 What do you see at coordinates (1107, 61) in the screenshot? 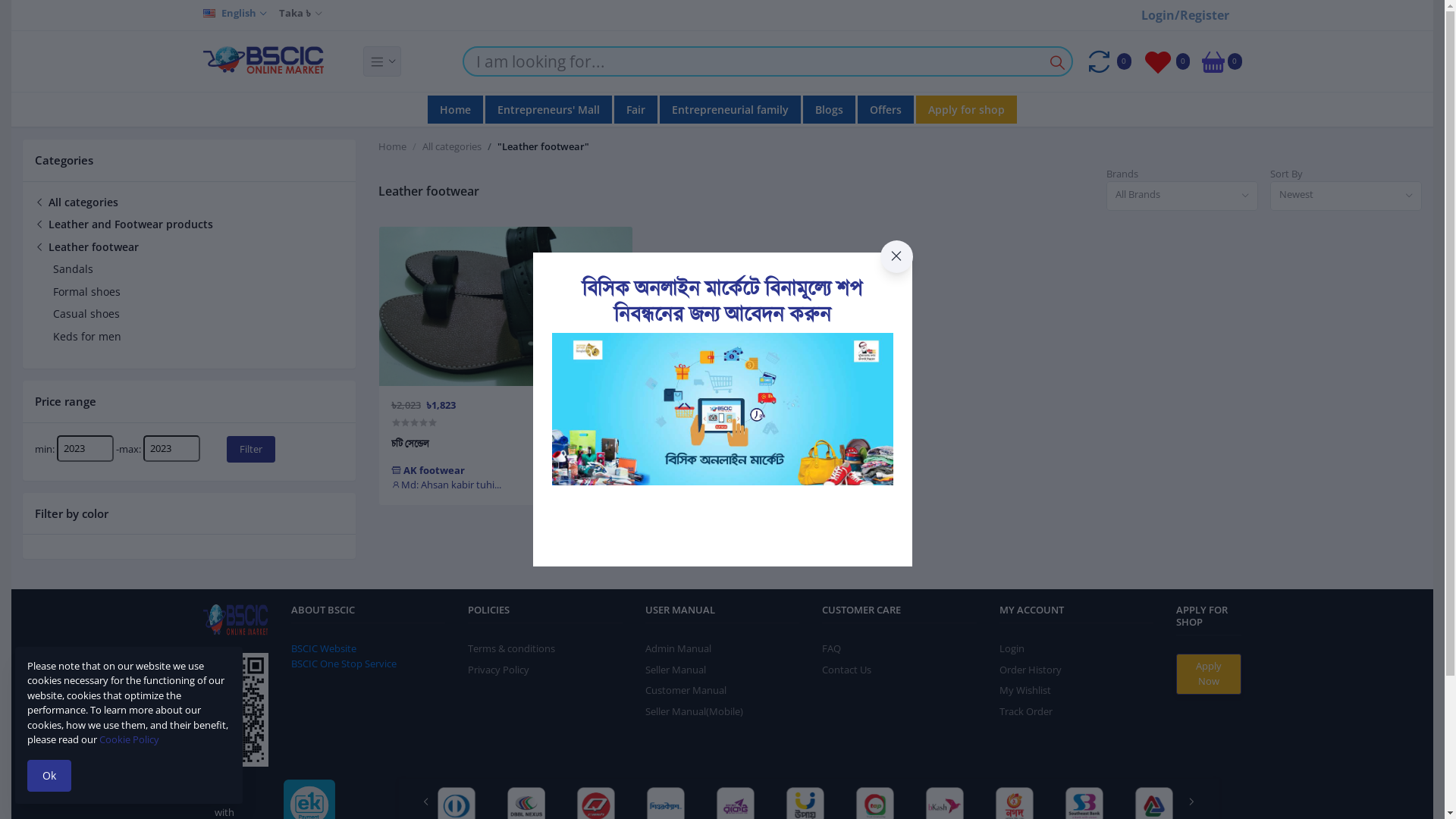
I see `'0'` at bounding box center [1107, 61].